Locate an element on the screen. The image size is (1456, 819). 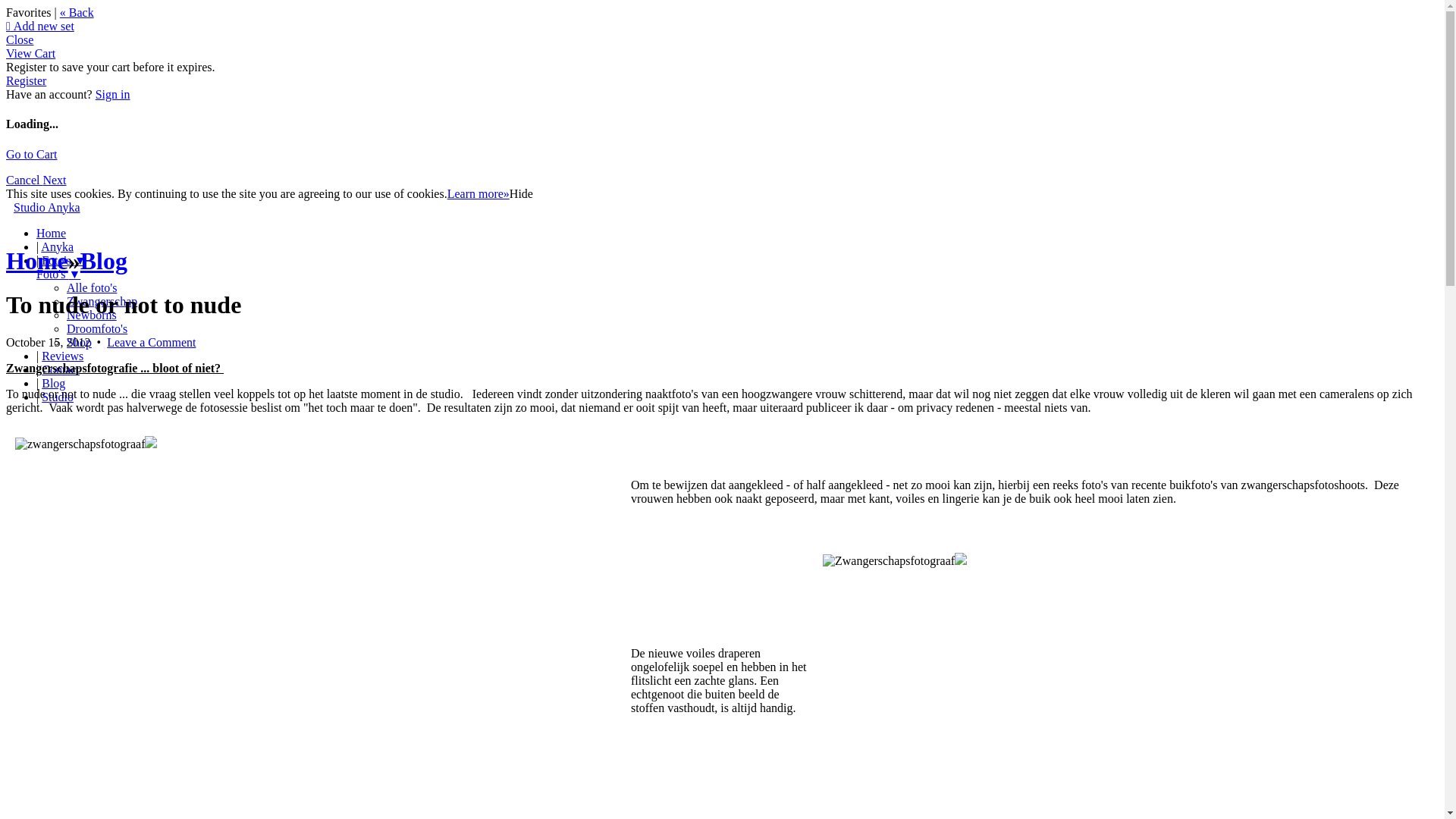
'Leave a Comment' is located at coordinates (151, 342).